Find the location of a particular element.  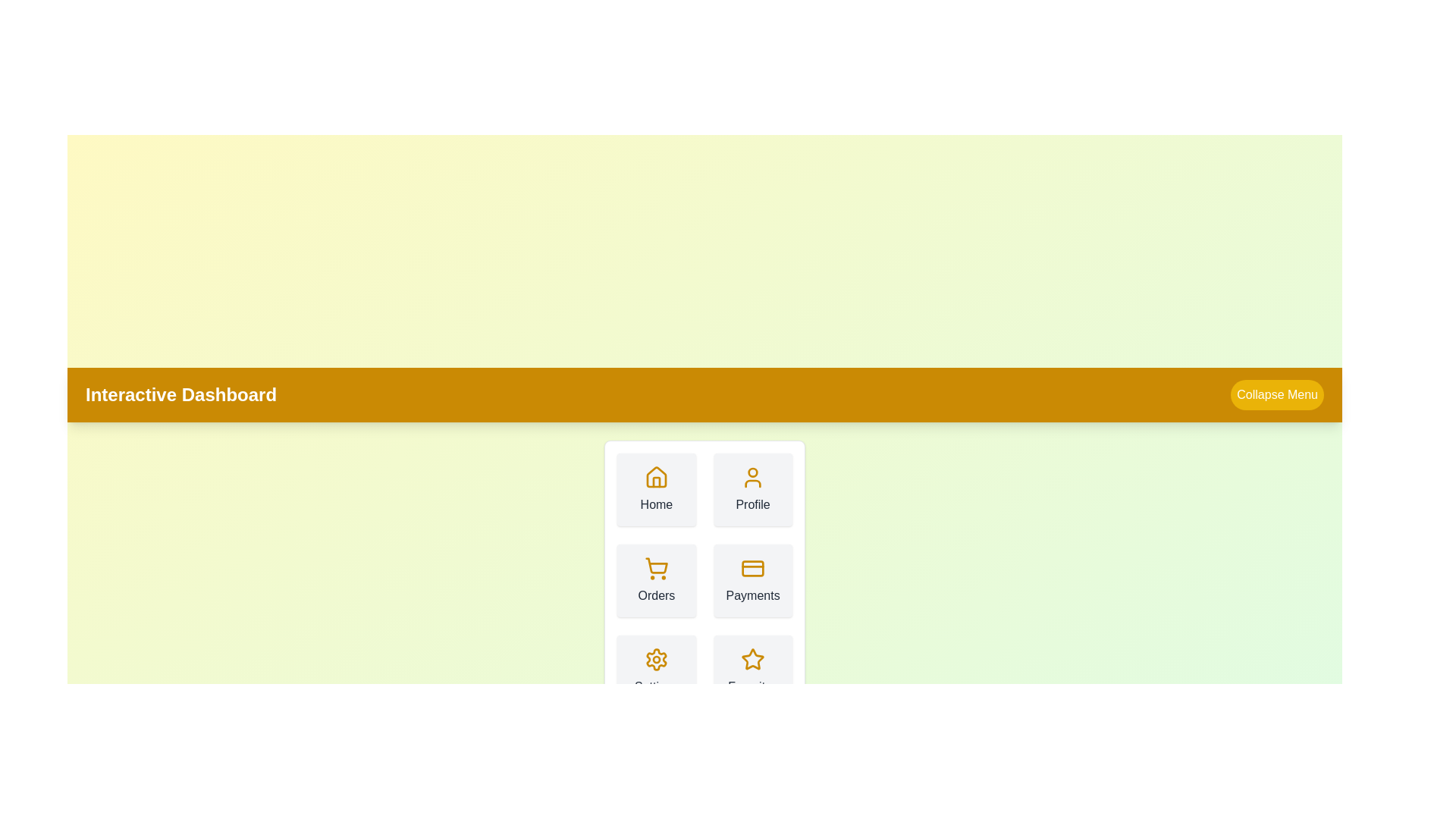

the icon corresponding to Profile is located at coordinates (753, 476).